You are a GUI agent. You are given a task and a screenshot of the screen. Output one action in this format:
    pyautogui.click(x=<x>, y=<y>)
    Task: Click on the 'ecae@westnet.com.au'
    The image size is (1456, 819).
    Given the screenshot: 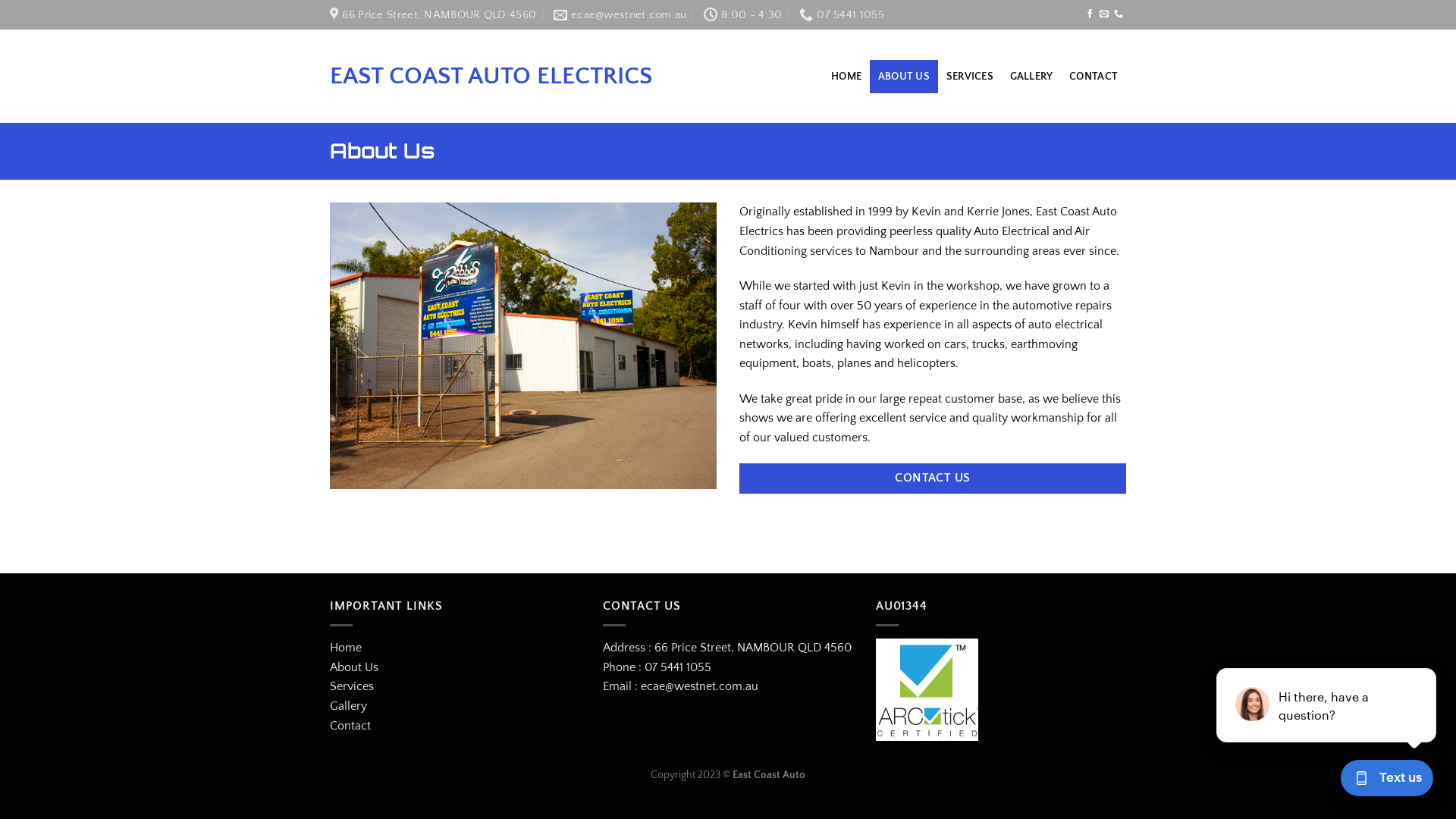 What is the action you would take?
    pyautogui.click(x=552, y=14)
    